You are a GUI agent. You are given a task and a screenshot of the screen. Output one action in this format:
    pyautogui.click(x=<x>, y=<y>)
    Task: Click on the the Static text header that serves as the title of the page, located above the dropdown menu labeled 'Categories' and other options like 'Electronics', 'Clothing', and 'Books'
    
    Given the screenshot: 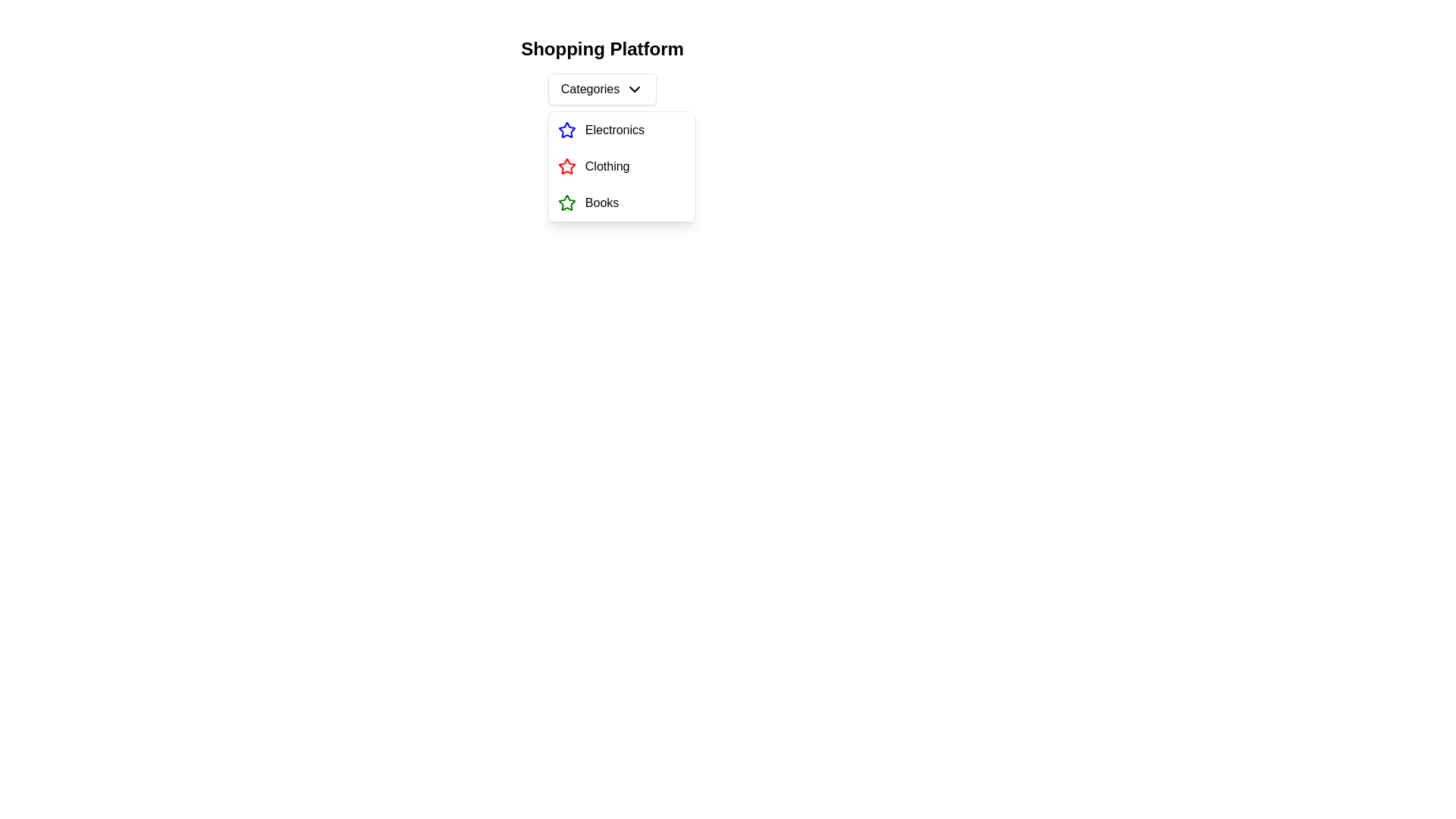 What is the action you would take?
    pyautogui.click(x=601, y=49)
    